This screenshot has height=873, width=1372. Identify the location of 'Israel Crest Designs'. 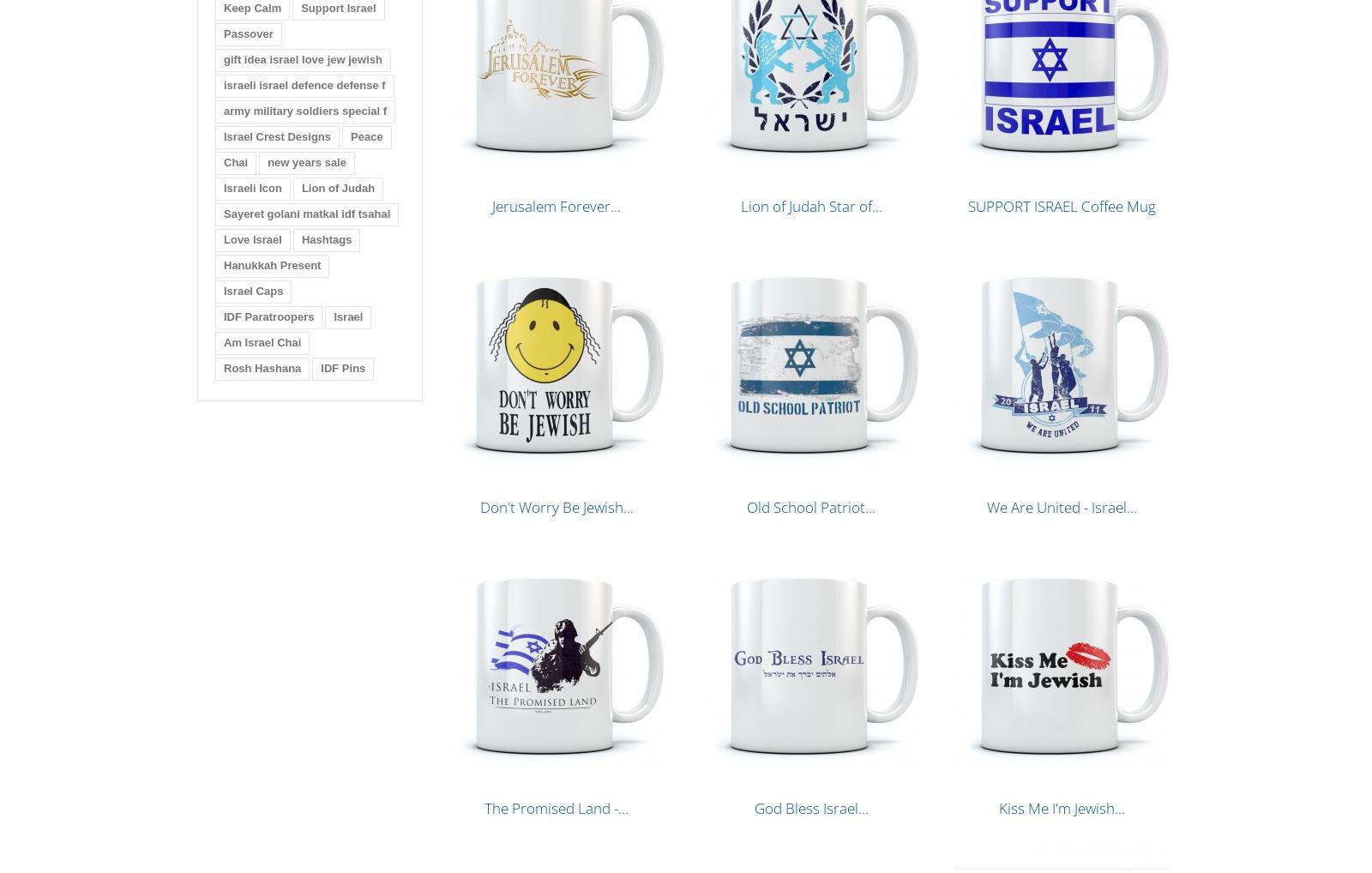
(277, 136).